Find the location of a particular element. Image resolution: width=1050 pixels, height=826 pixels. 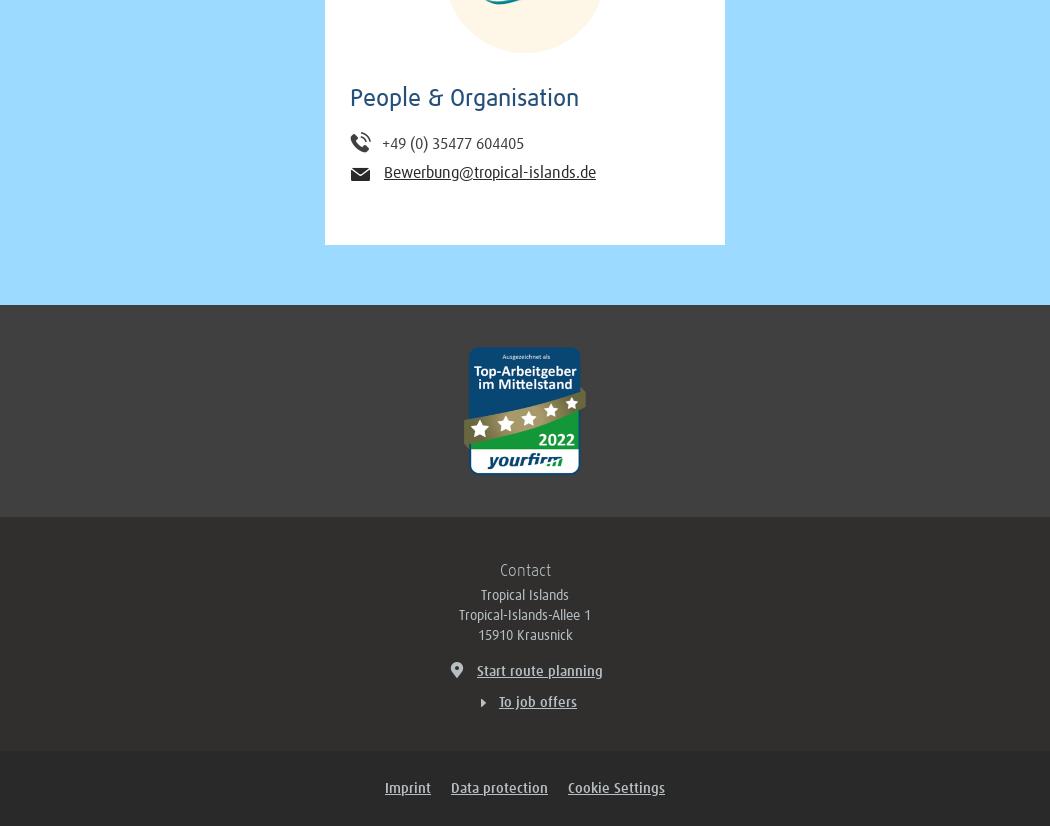

'Contact' is located at coordinates (523, 570).